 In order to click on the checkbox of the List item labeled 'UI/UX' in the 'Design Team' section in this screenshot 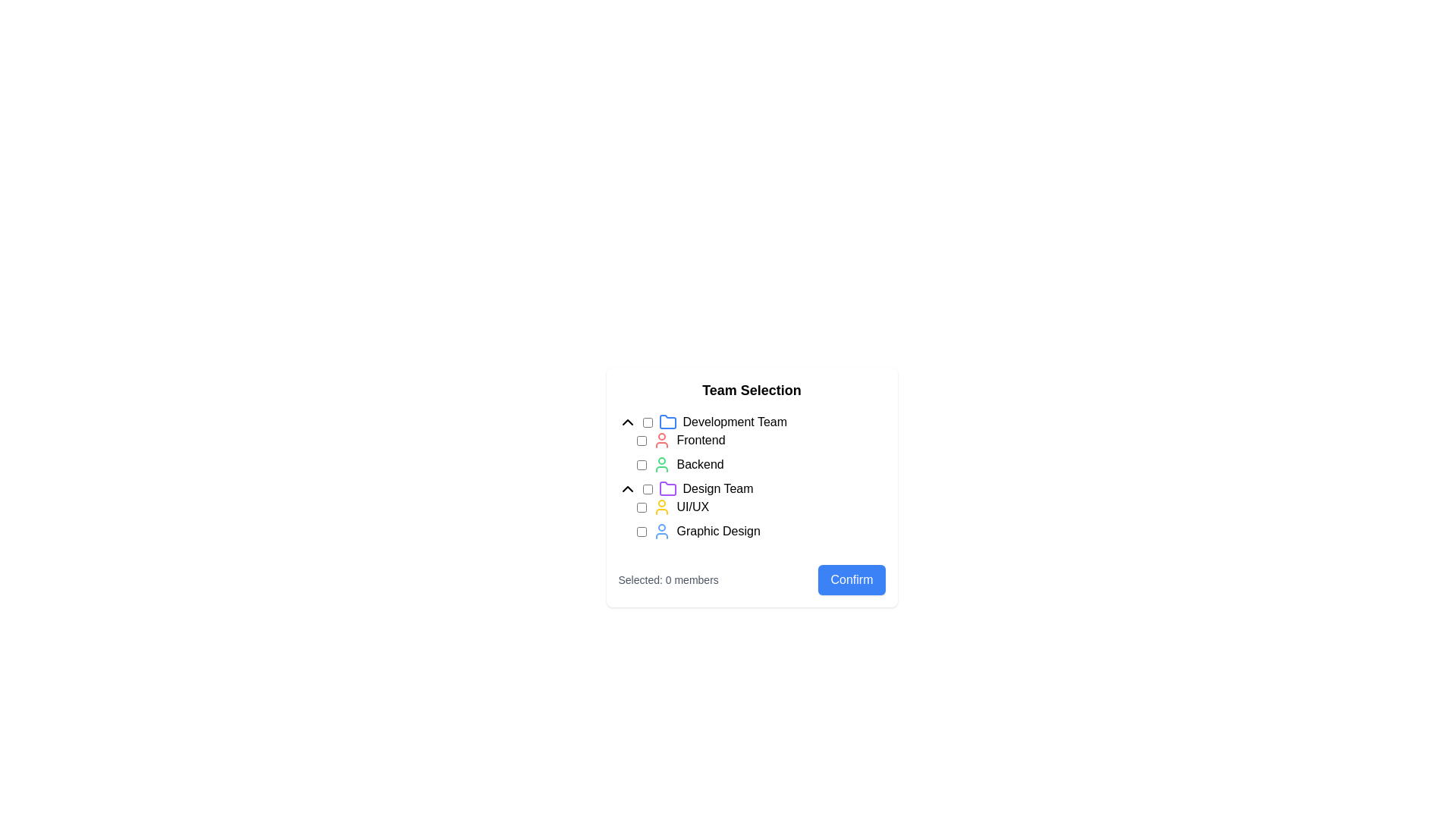, I will do `click(752, 519)`.